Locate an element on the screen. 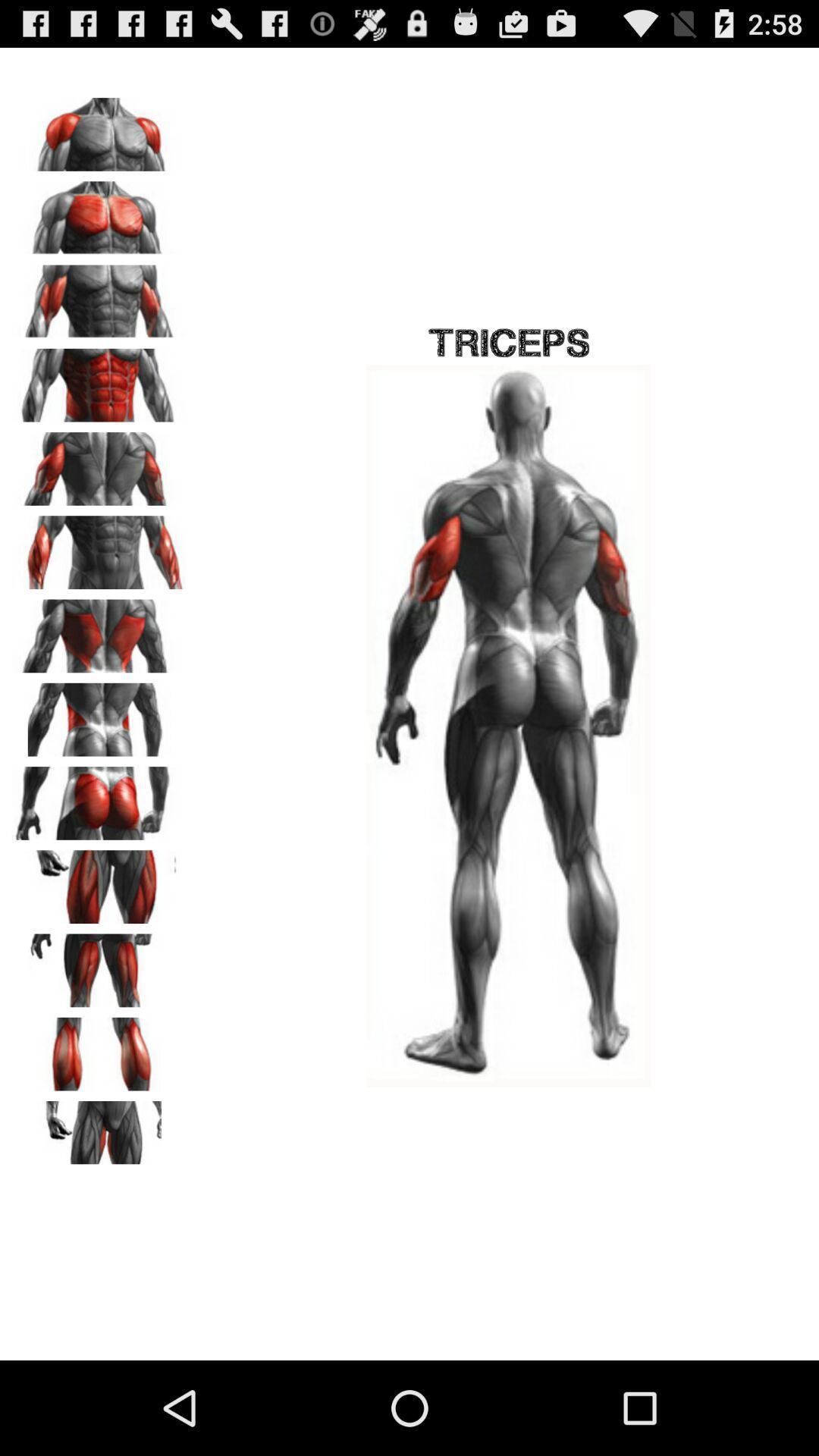  muscle option is located at coordinates (99, 463).